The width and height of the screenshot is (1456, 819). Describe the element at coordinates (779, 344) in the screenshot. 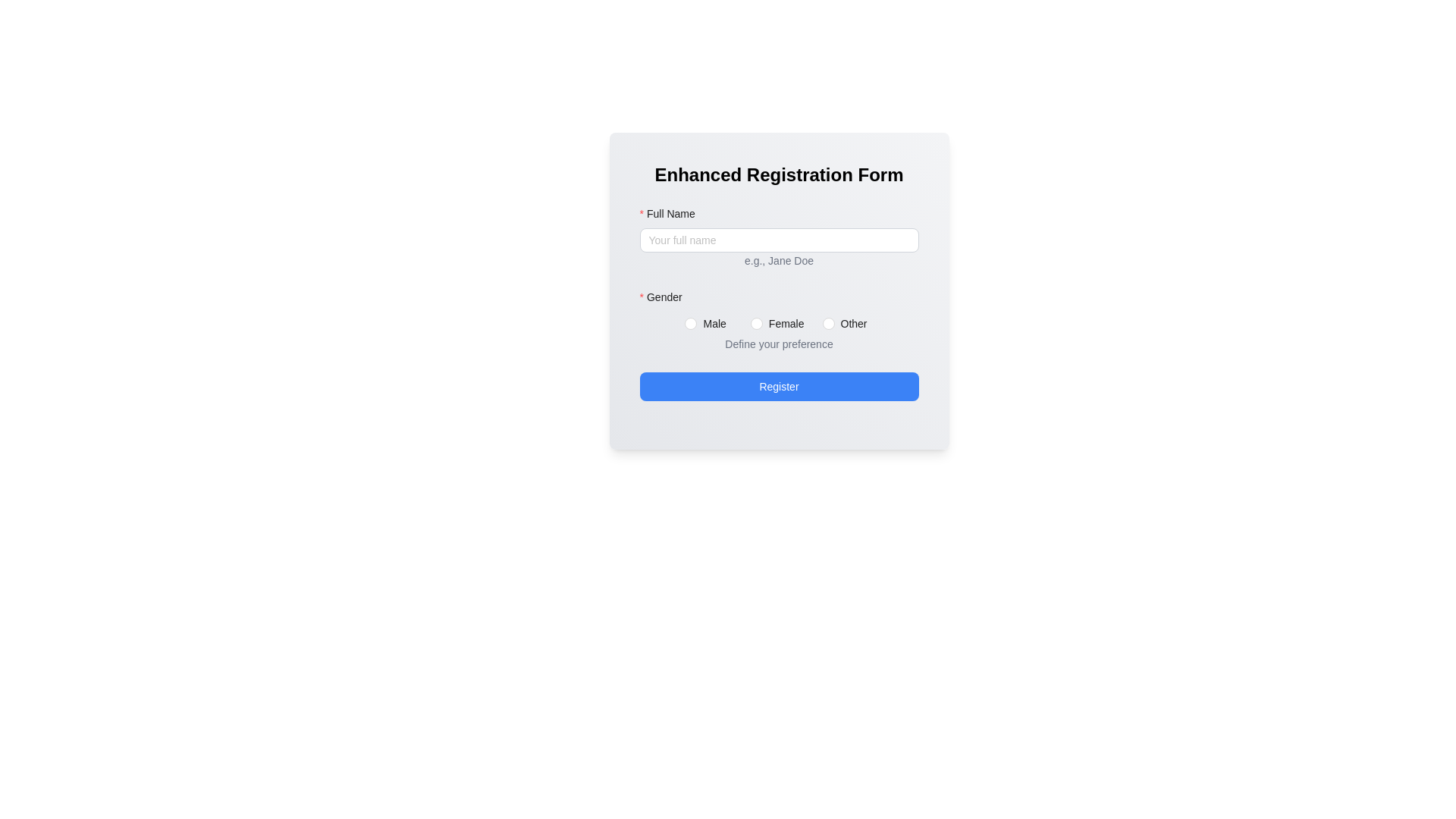

I see `the small gray text element saying 'Define your preference', located below the gender selection radio buttons` at that location.